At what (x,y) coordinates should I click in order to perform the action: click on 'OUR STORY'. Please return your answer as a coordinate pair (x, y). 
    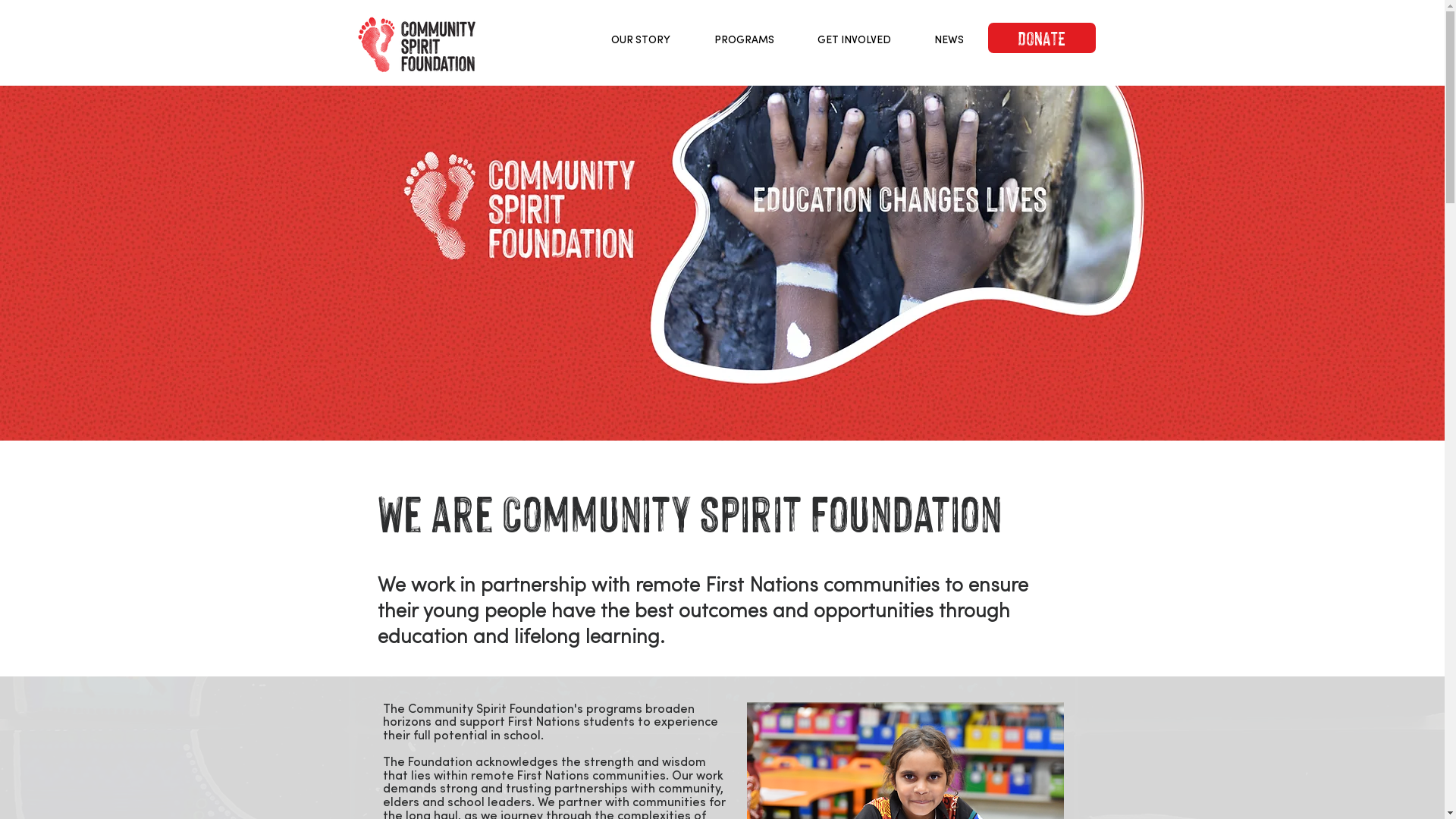
    Looking at the image, I should click on (588, 38).